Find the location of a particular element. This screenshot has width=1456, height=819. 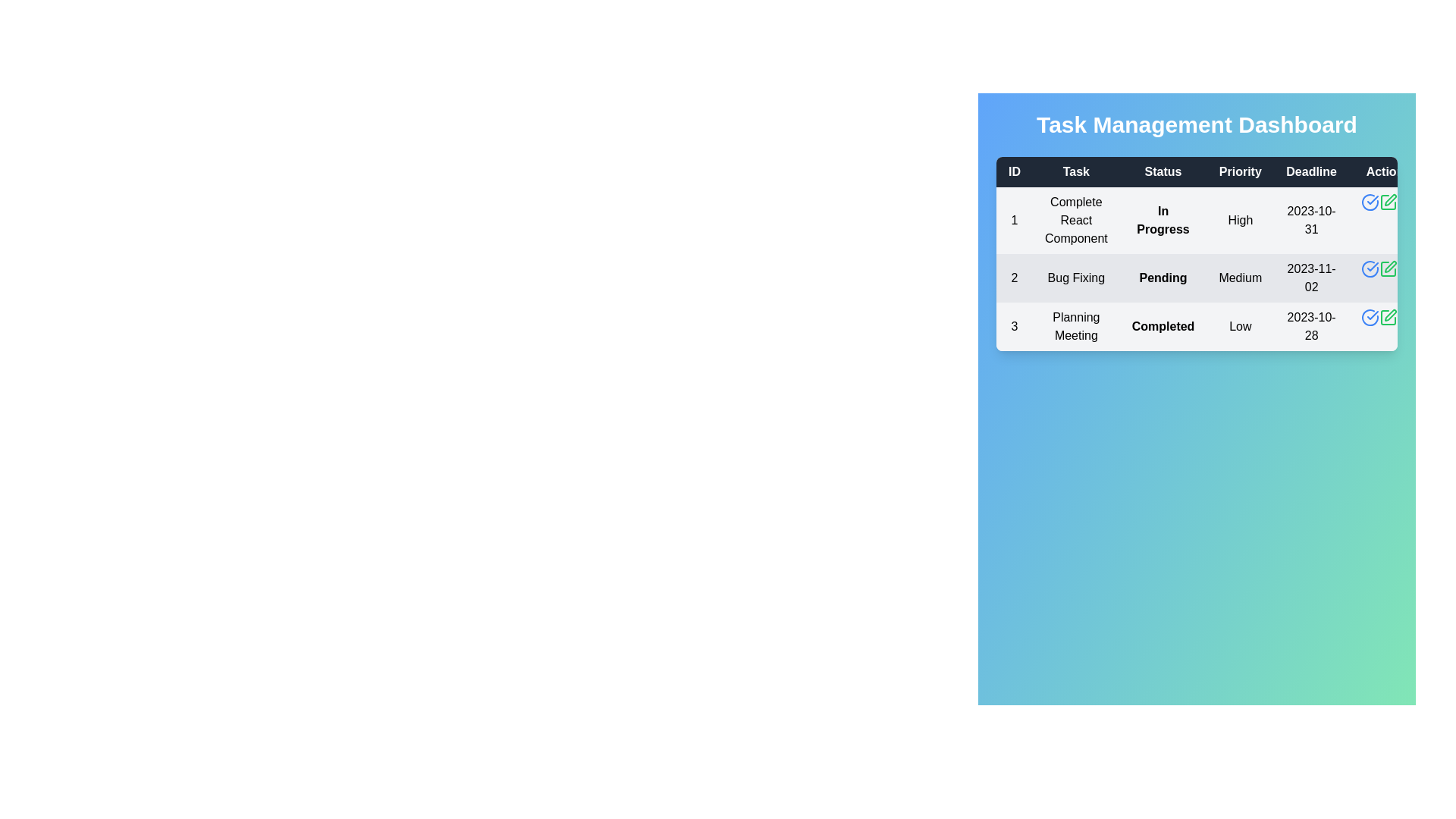

the complete button for task 1 is located at coordinates (1369, 201).